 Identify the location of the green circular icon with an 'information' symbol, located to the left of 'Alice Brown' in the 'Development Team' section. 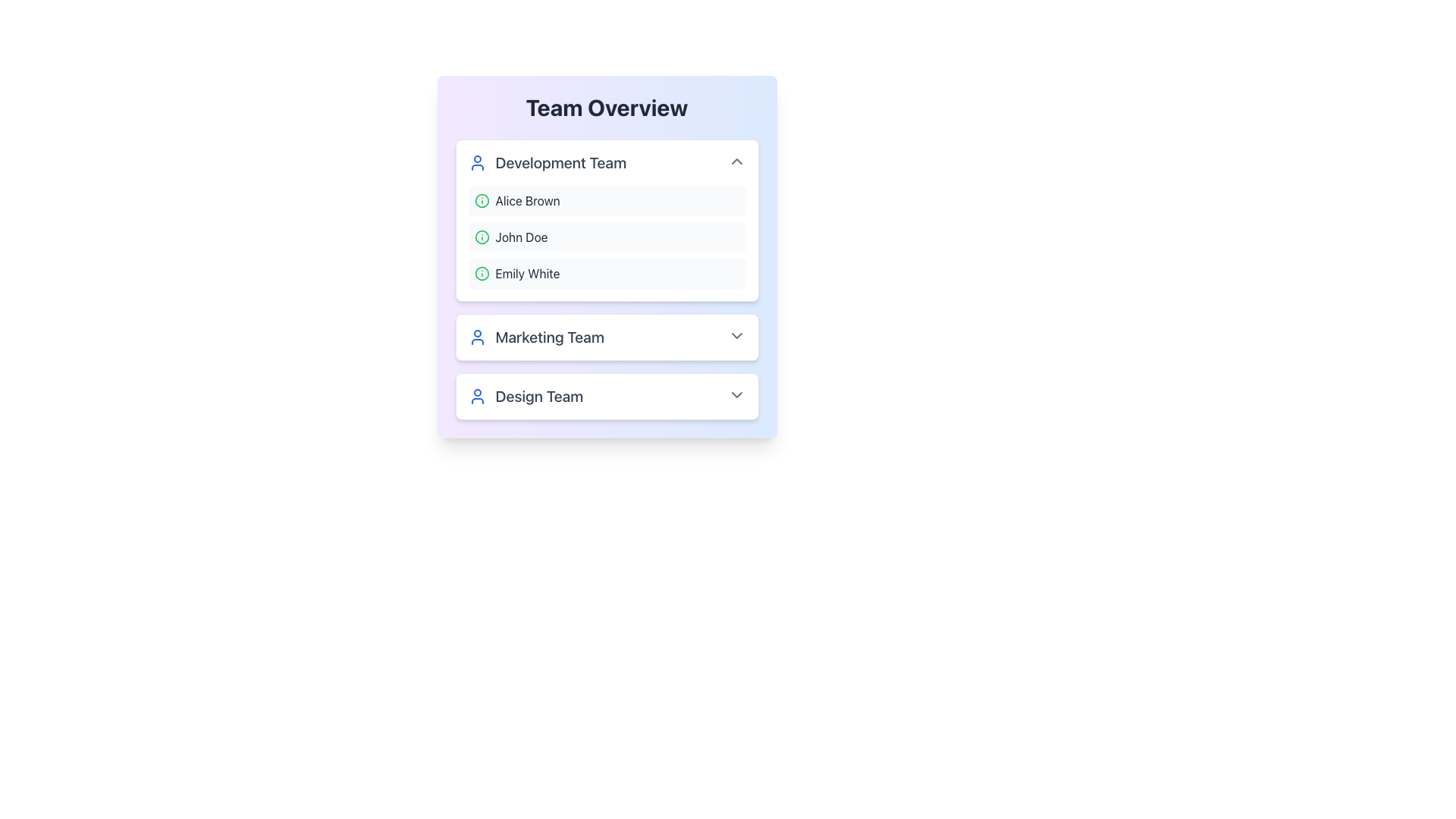
(481, 200).